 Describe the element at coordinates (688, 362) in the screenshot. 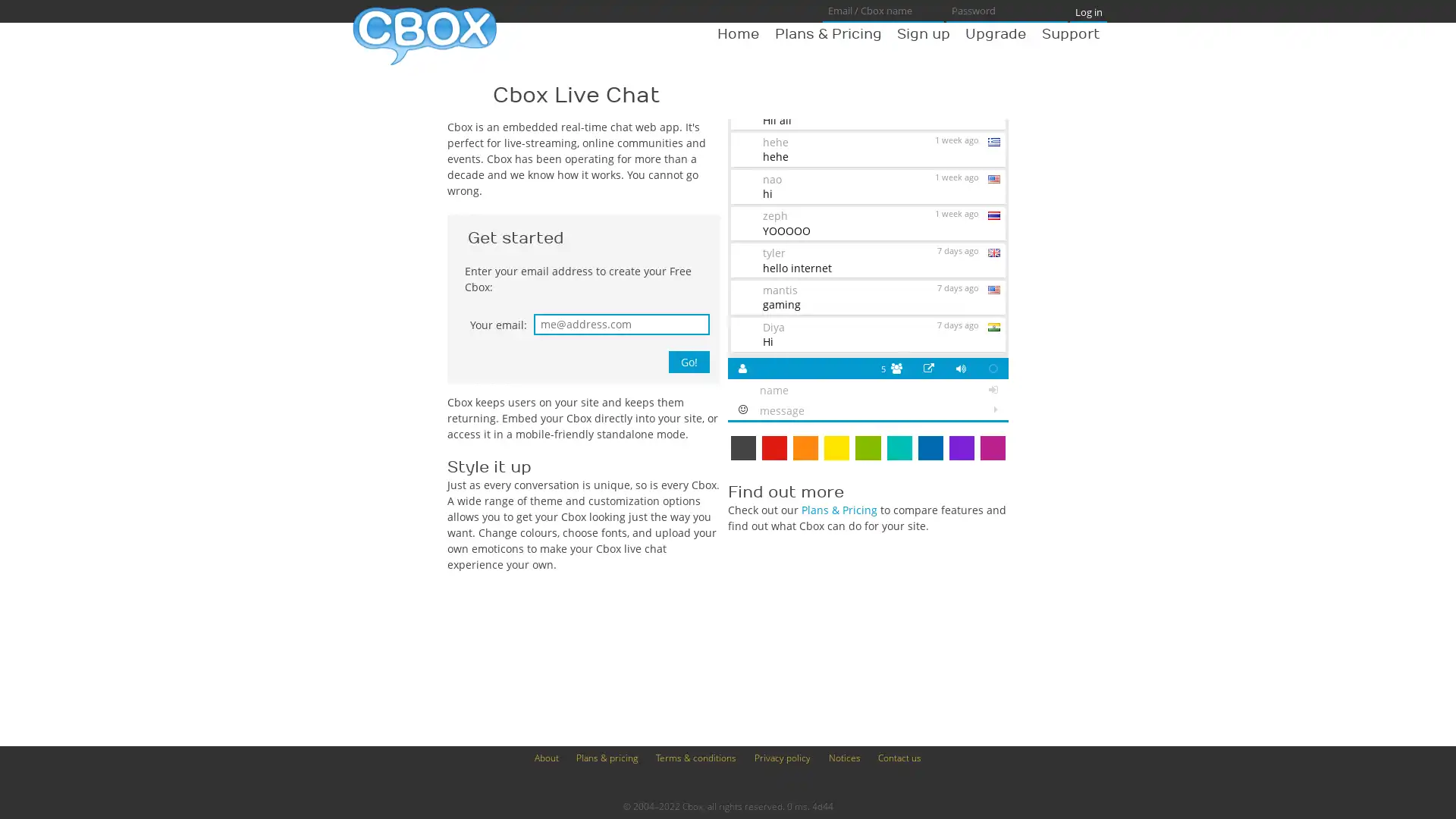

I see `Go!` at that location.